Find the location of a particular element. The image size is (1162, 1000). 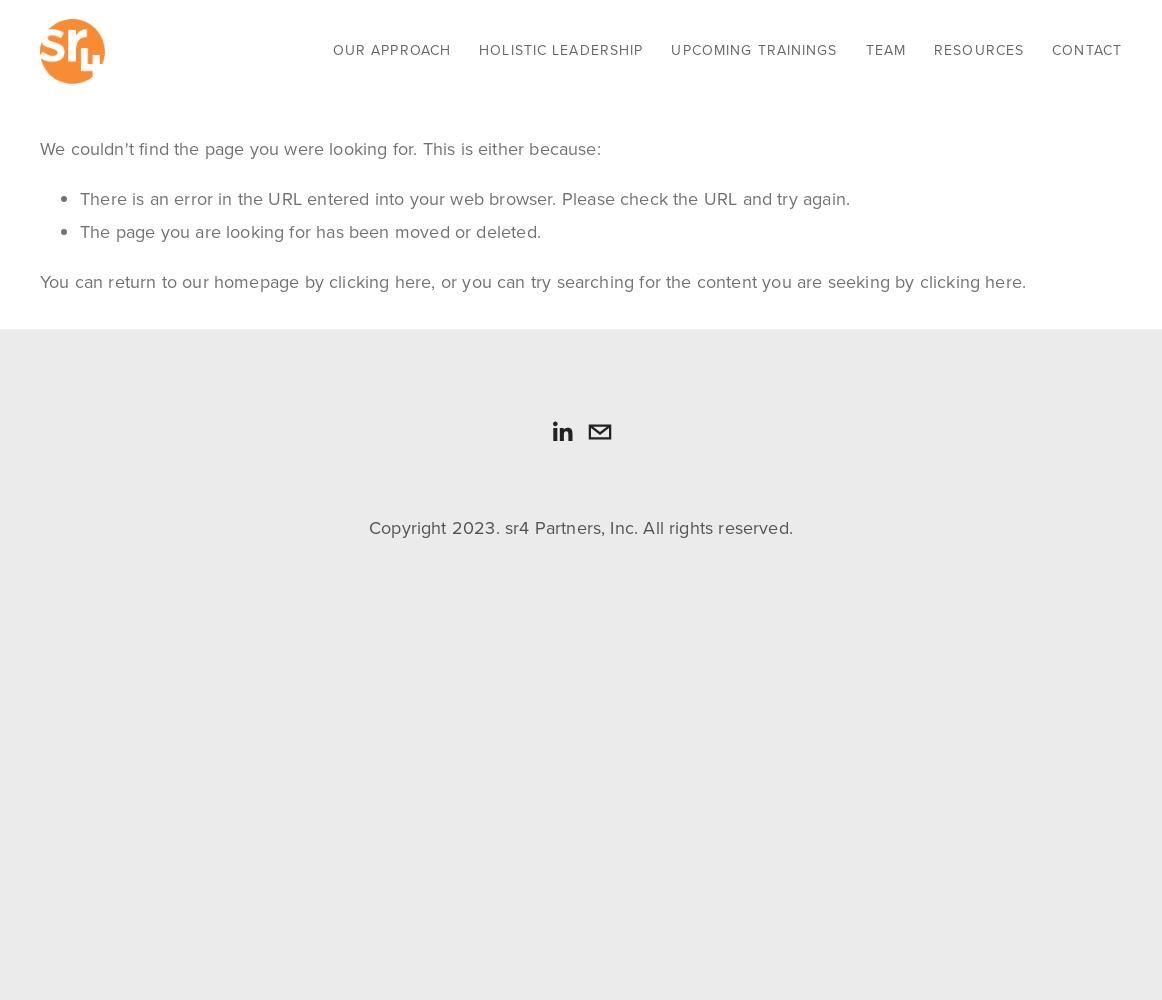

'Team' is located at coordinates (884, 49).